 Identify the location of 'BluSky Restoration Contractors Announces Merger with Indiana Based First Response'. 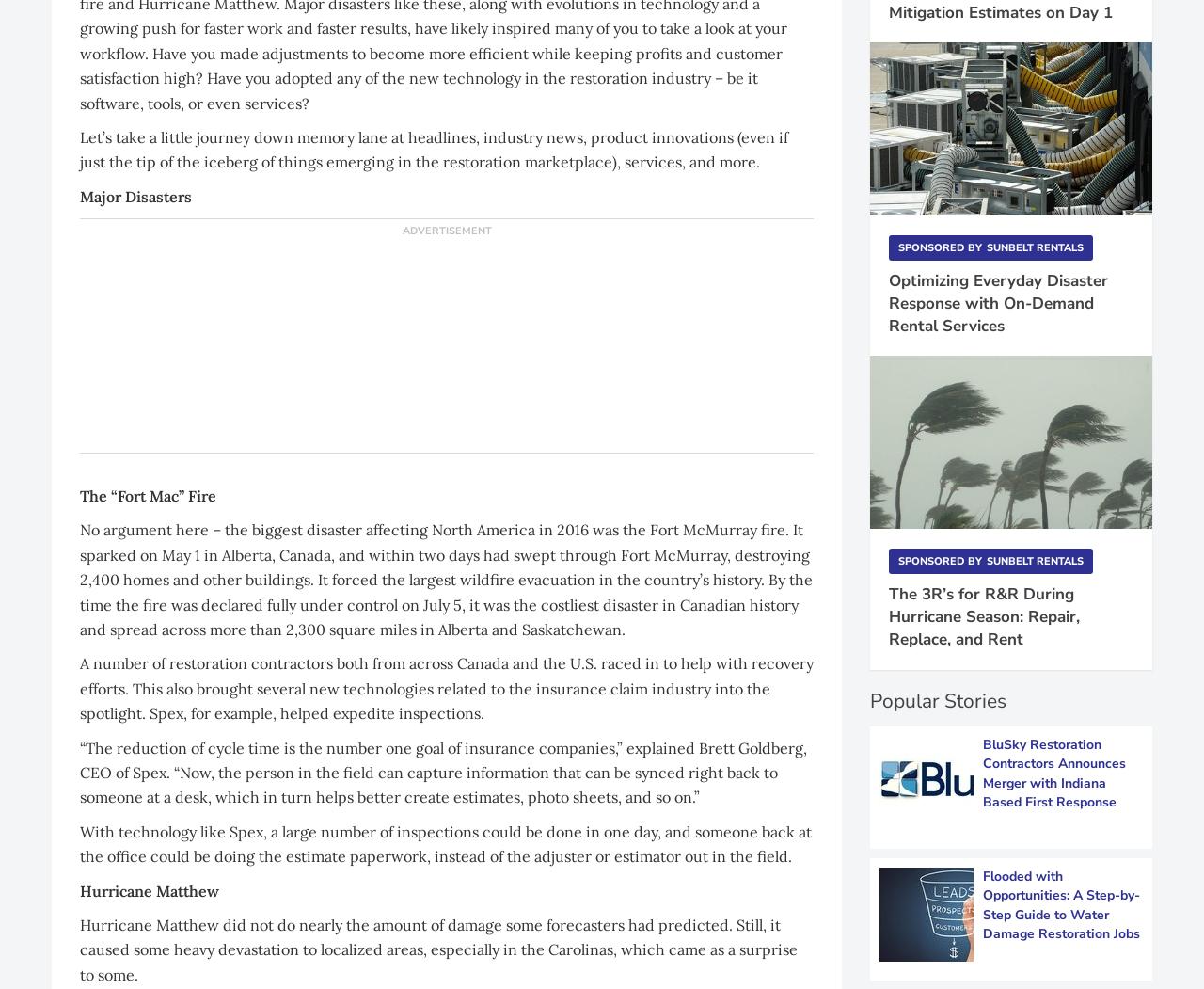
(1054, 773).